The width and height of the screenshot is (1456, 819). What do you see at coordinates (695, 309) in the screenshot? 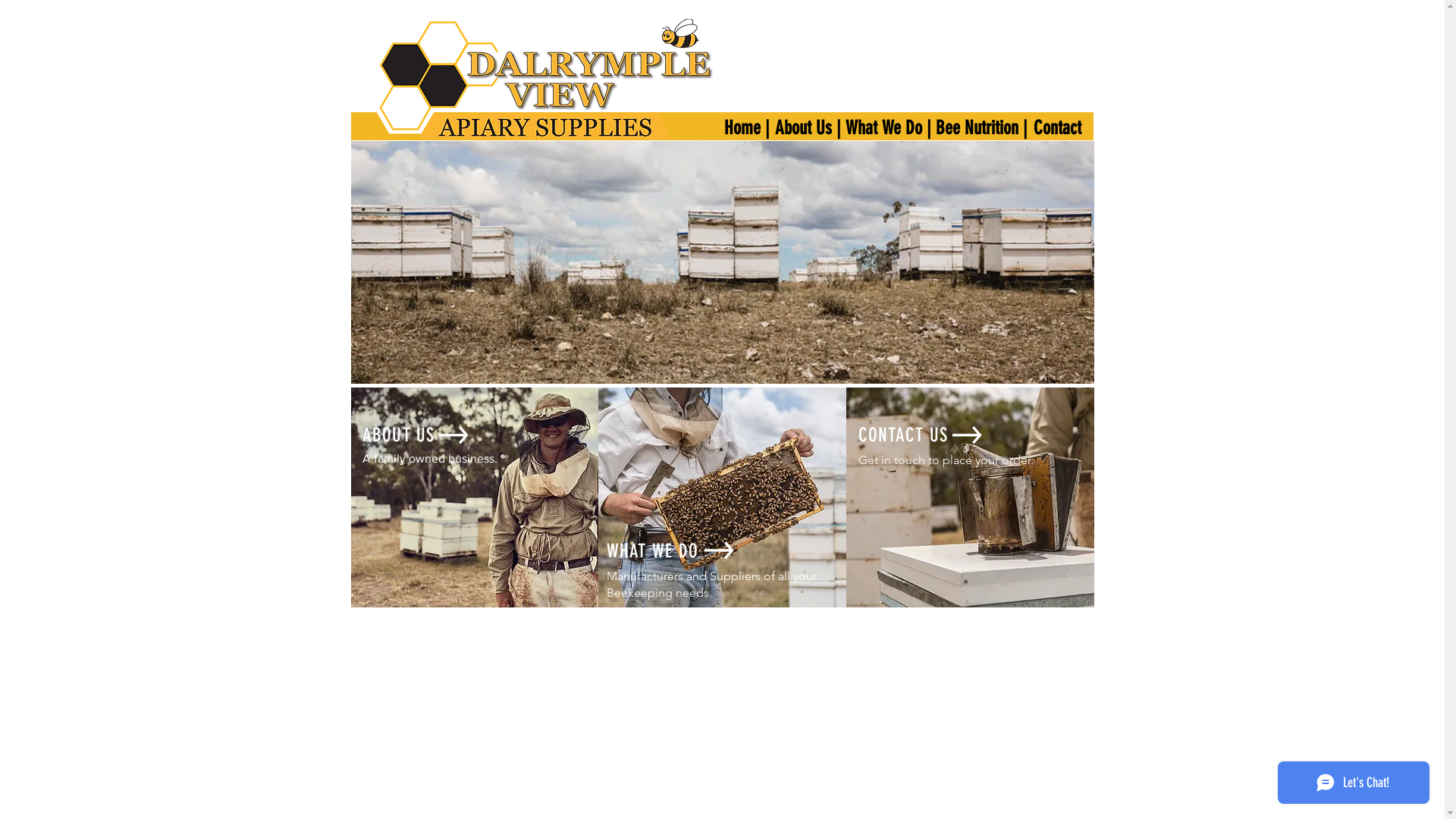
I see `'Embedded Content'` at bounding box center [695, 309].